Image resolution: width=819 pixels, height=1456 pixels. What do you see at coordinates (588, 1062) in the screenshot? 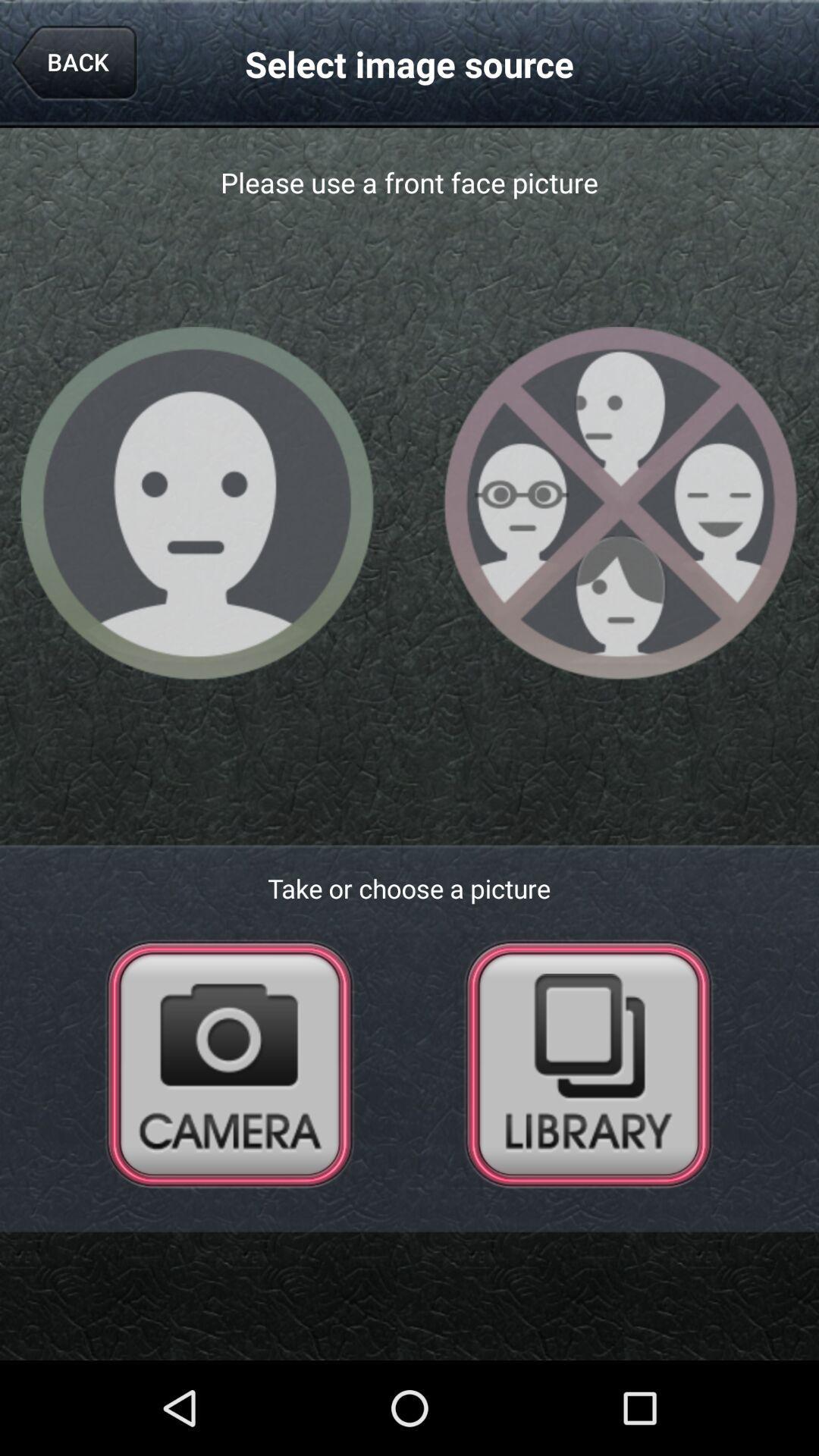
I see `stored photos` at bounding box center [588, 1062].